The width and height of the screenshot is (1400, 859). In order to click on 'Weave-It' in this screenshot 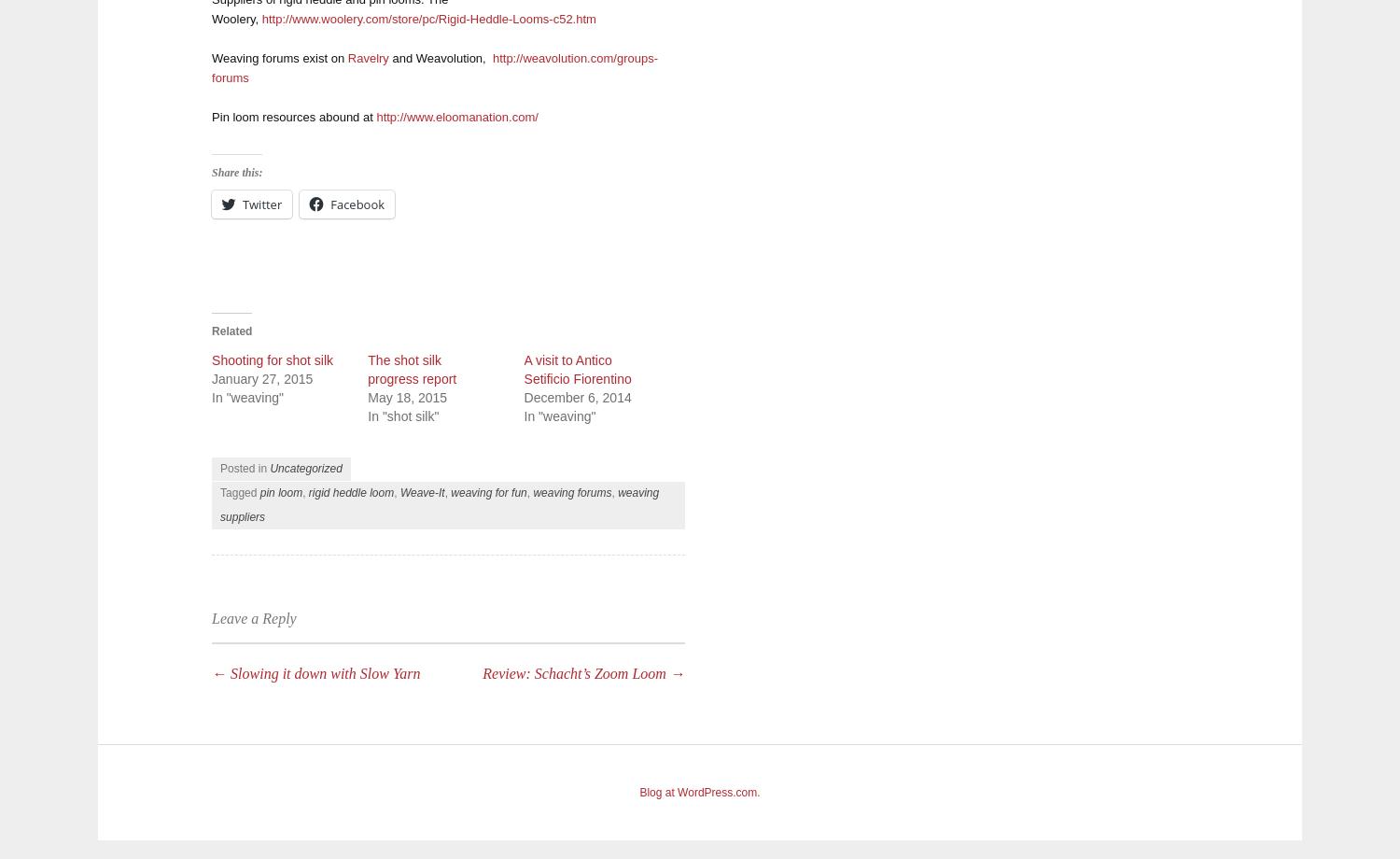, I will do `click(420, 492)`.